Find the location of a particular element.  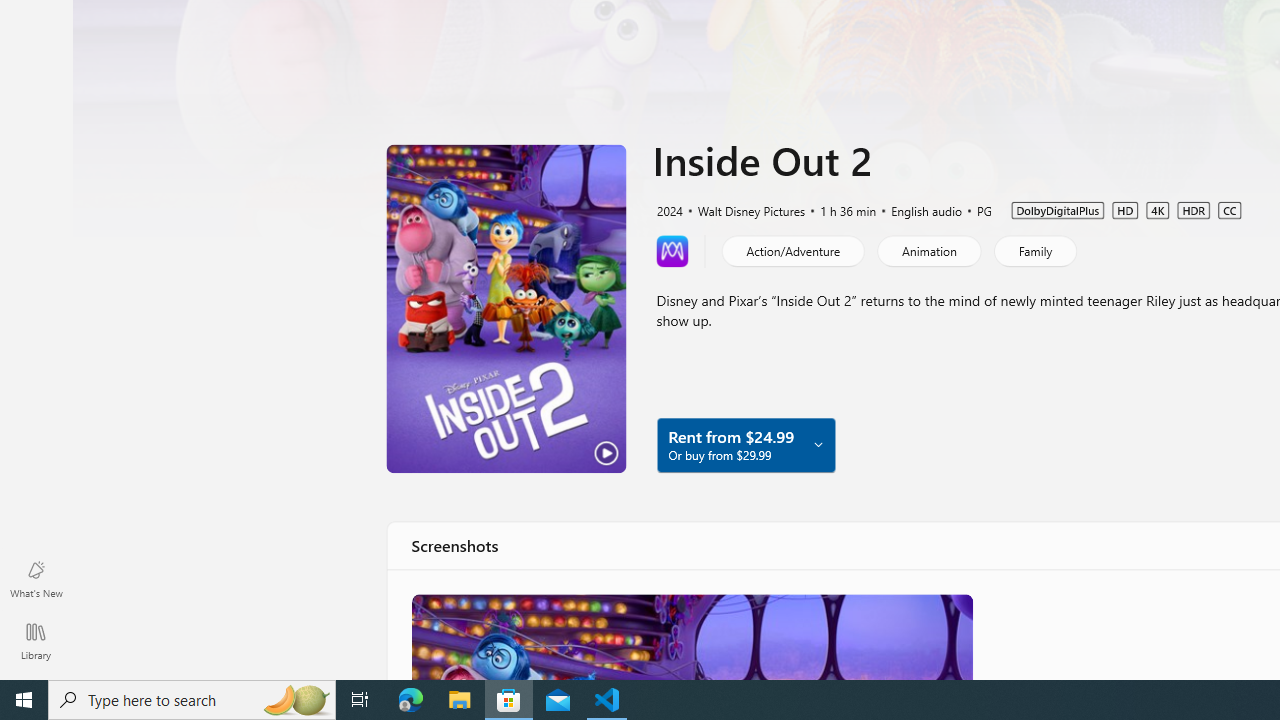

'PG' is located at coordinates (975, 209).